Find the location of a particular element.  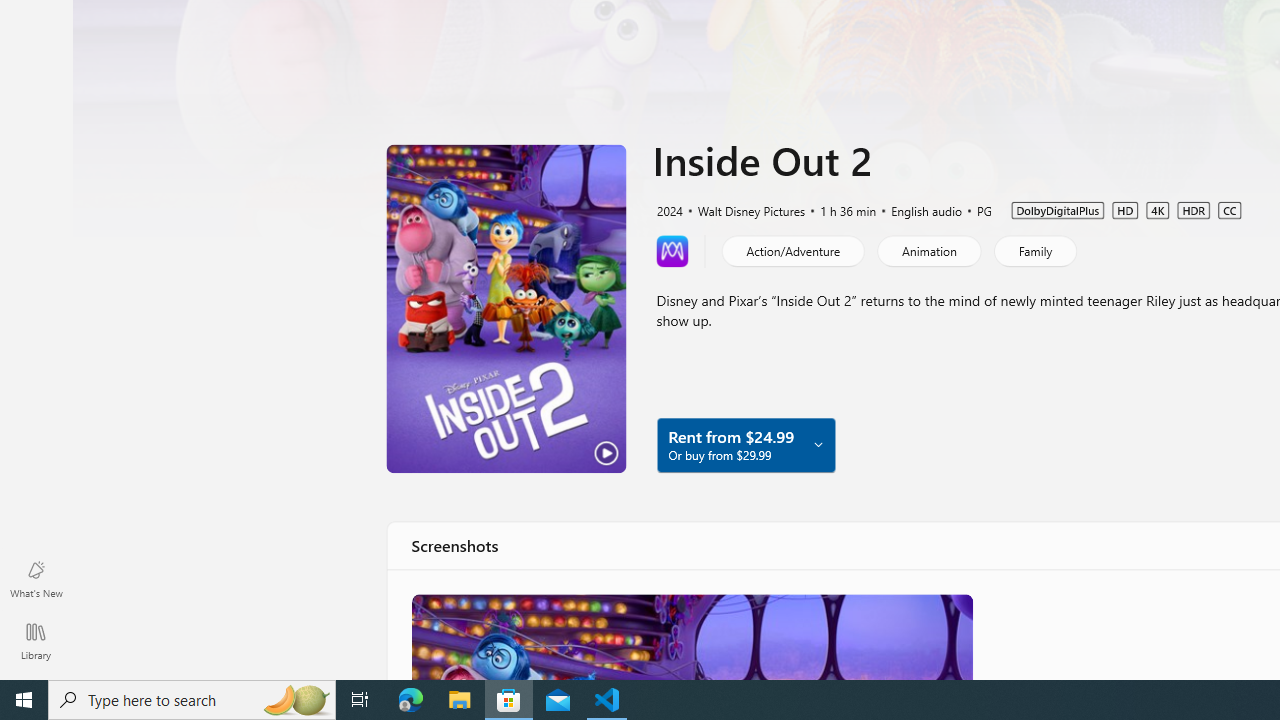

'PG' is located at coordinates (975, 209).